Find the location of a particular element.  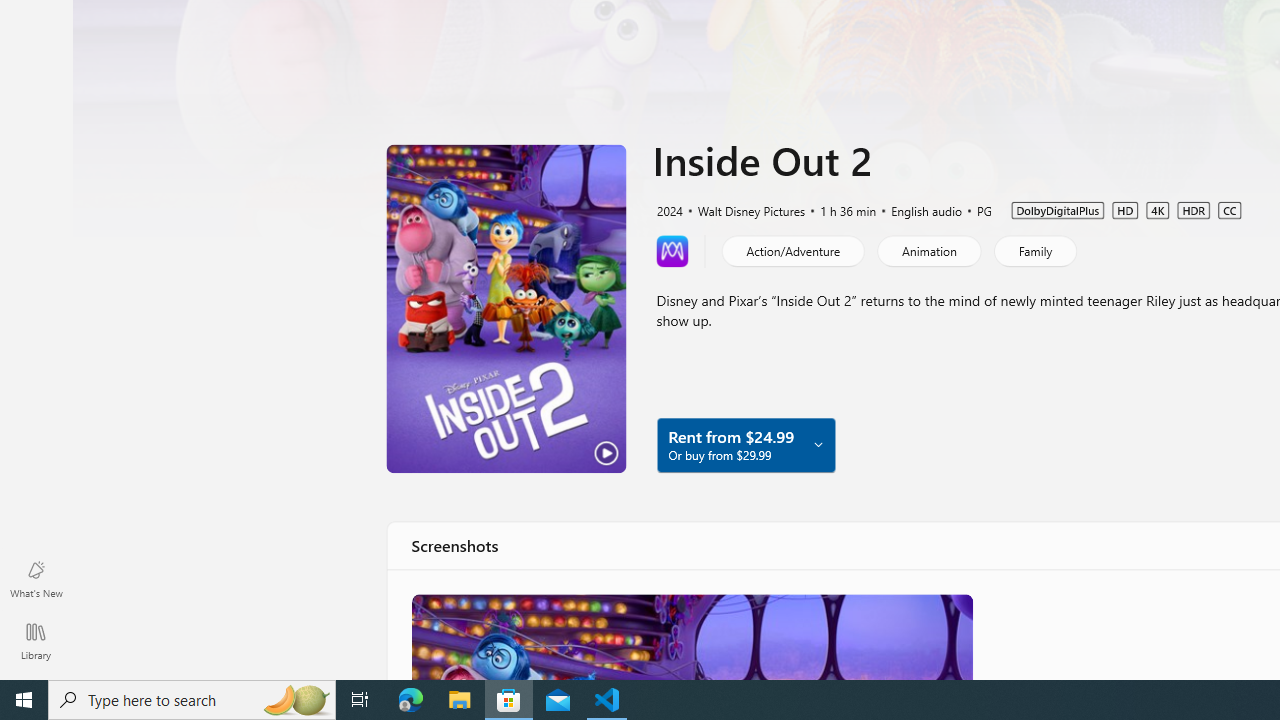

'PG' is located at coordinates (975, 209).